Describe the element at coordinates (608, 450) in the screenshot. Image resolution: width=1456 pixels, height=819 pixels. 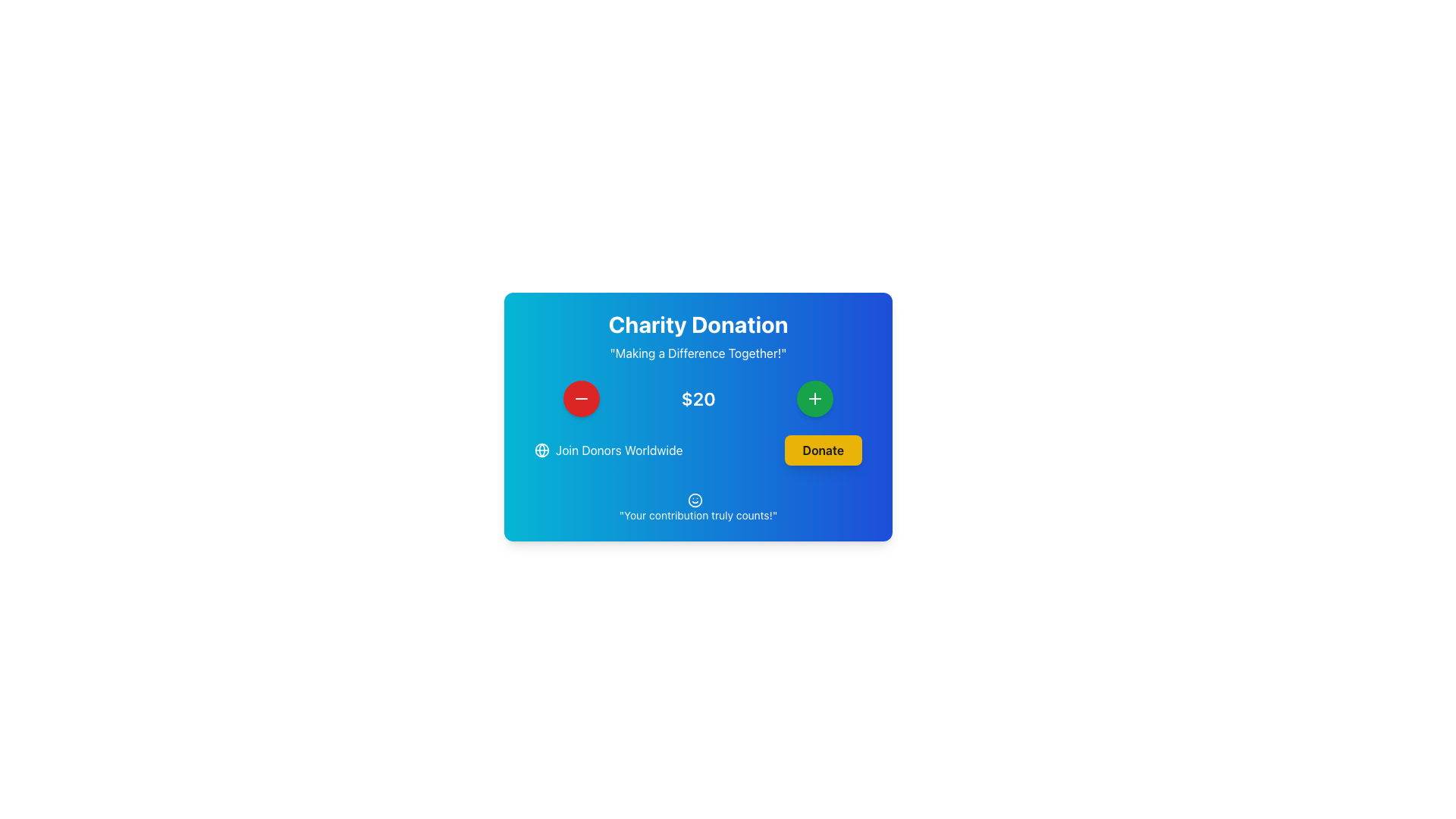
I see `the 'Join Donors Worldwide' text with globe icon, which is located in the bottom-left area of the interface and is to the left of the yellow 'Donate' button` at that location.